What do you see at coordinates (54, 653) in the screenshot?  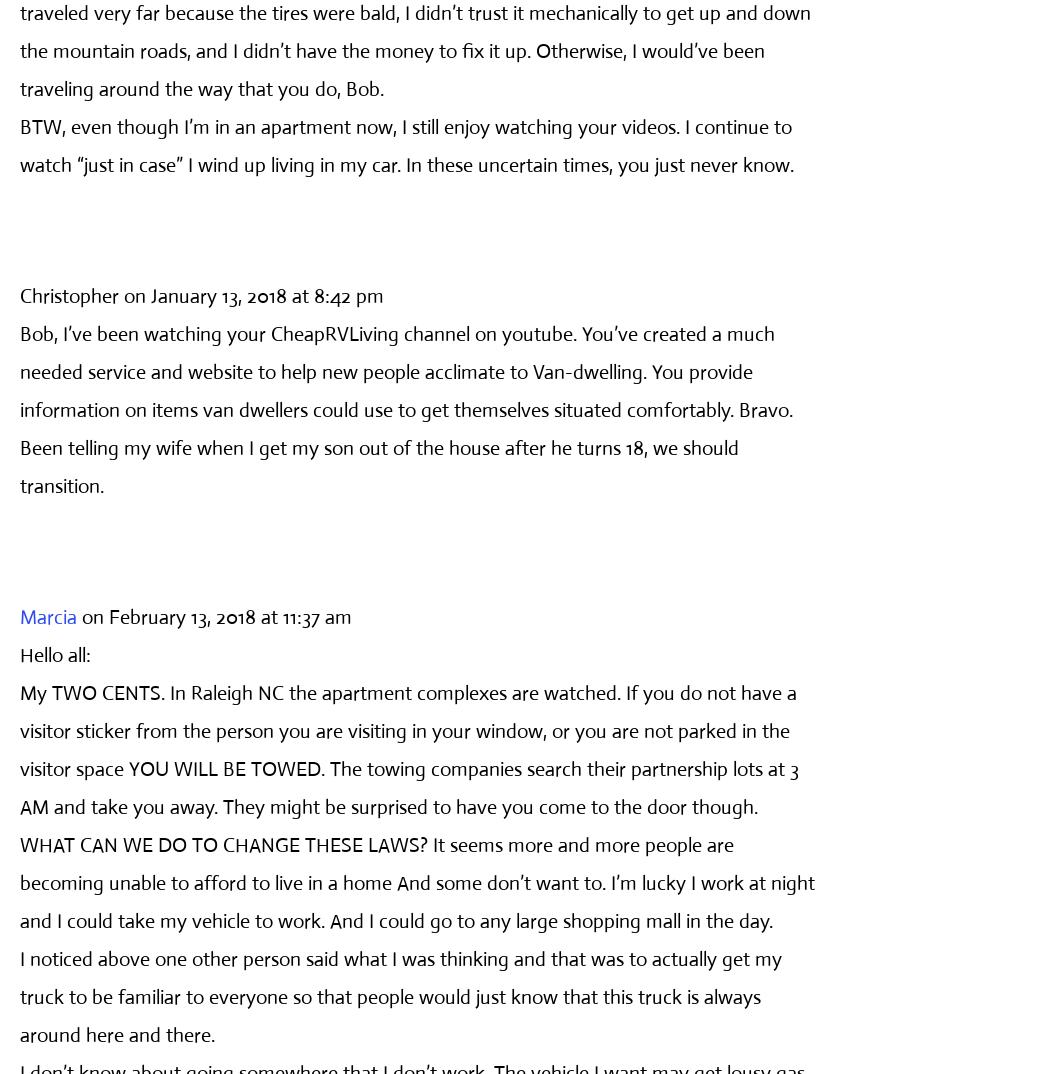 I see `'Hello all:'` at bounding box center [54, 653].